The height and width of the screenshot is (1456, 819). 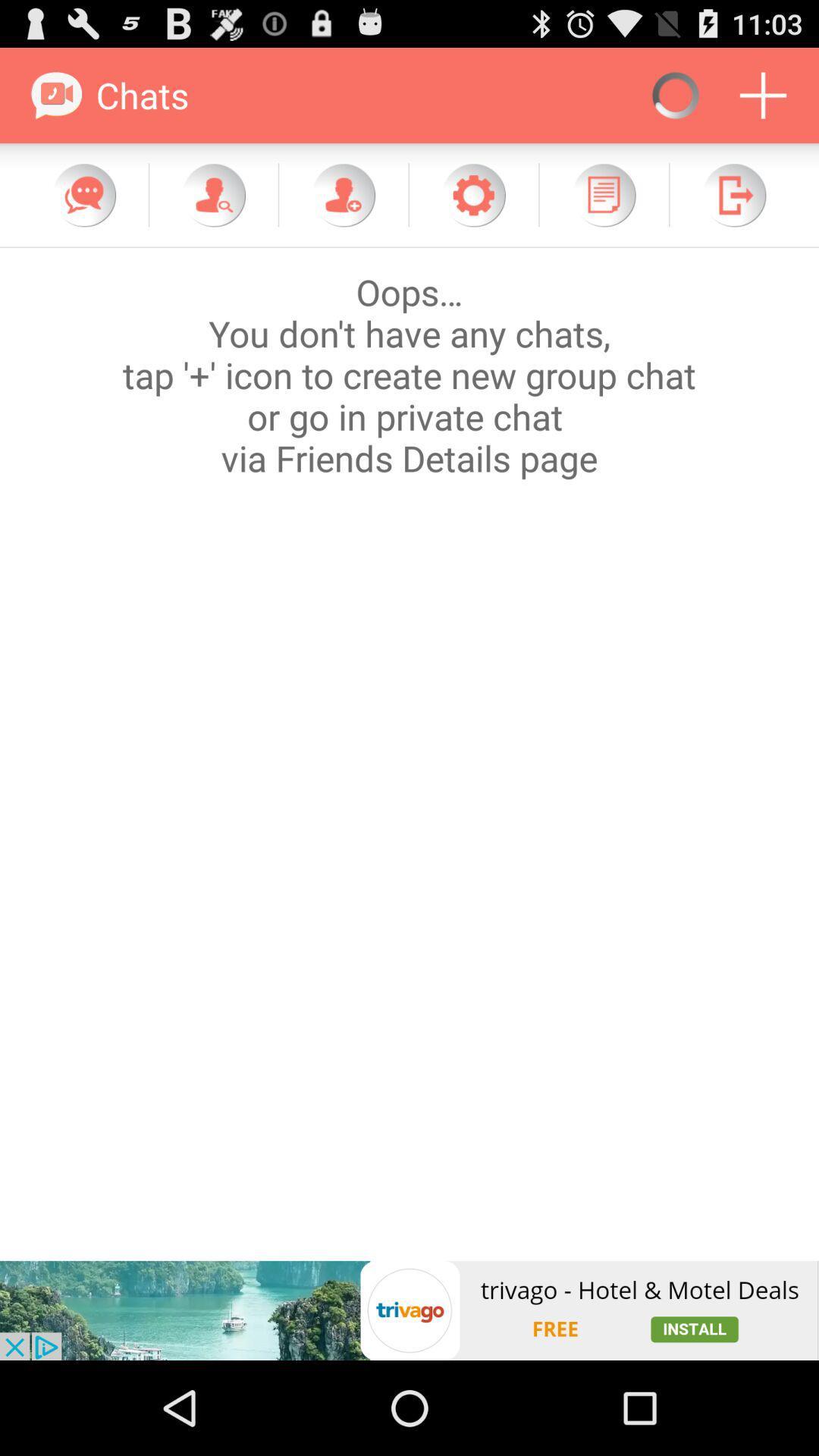 What do you see at coordinates (472, 194) in the screenshot?
I see `favorite` at bounding box center [472, 194].